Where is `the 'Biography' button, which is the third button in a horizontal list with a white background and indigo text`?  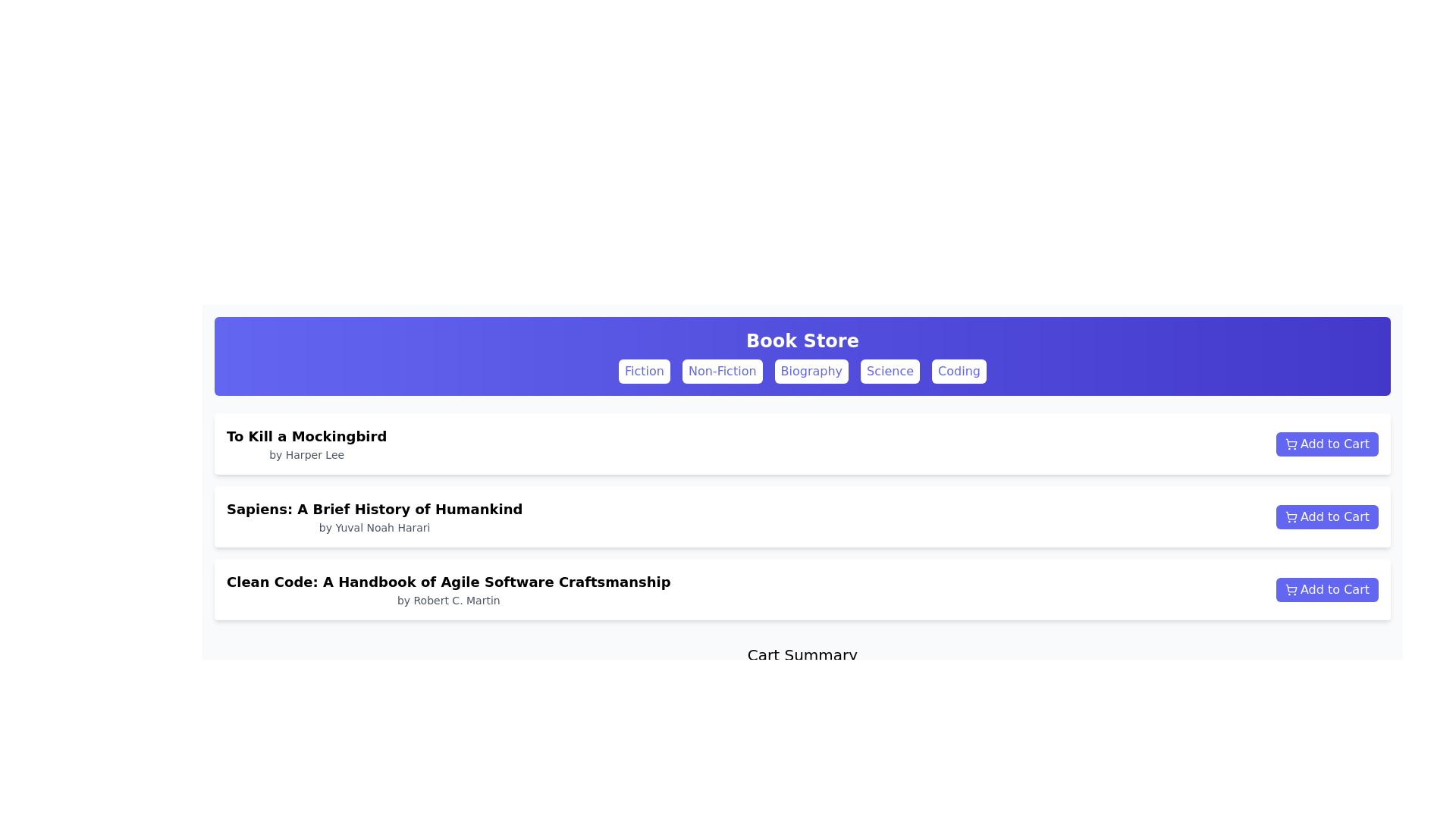 the 'Biography' button, which is the third button in a horizontal list with a white background and indigo text is located at coordinates (811, 371).